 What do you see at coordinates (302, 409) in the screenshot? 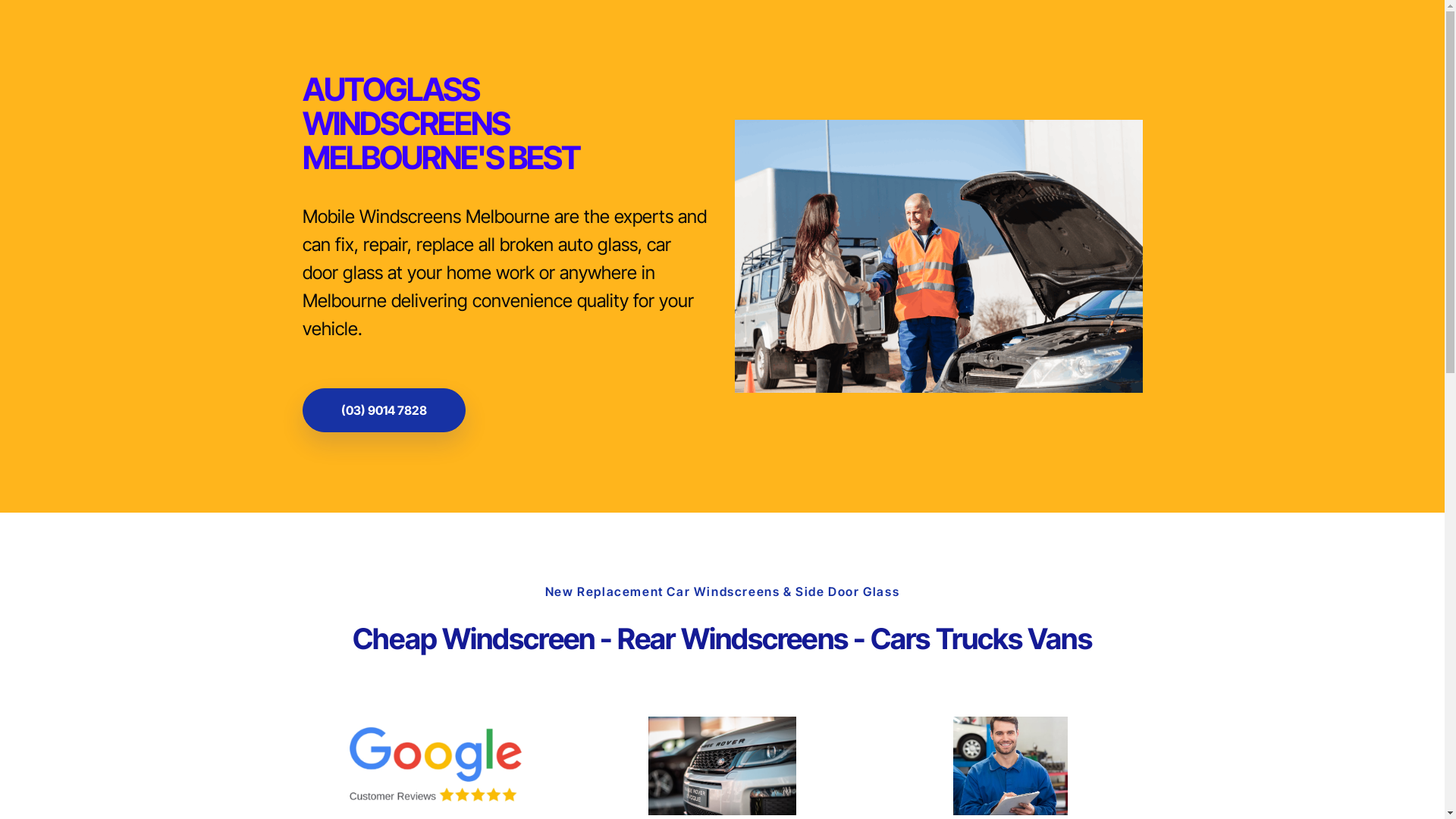
I see `'(03) 9014 7828'` at bounding box center [302, 409].